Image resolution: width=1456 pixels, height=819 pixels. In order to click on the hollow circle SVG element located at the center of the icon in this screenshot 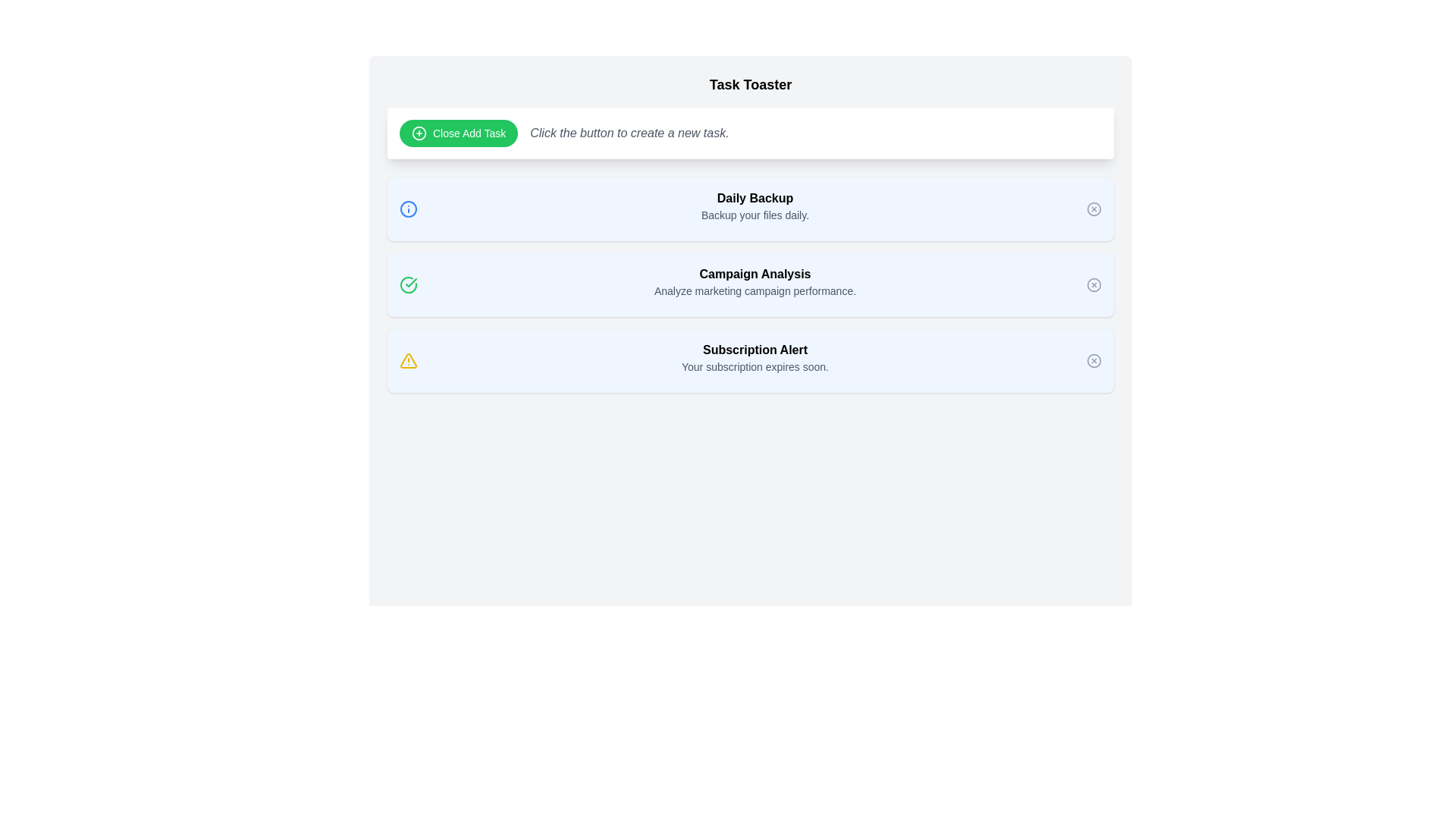, I will do `click(1094, 284)`.